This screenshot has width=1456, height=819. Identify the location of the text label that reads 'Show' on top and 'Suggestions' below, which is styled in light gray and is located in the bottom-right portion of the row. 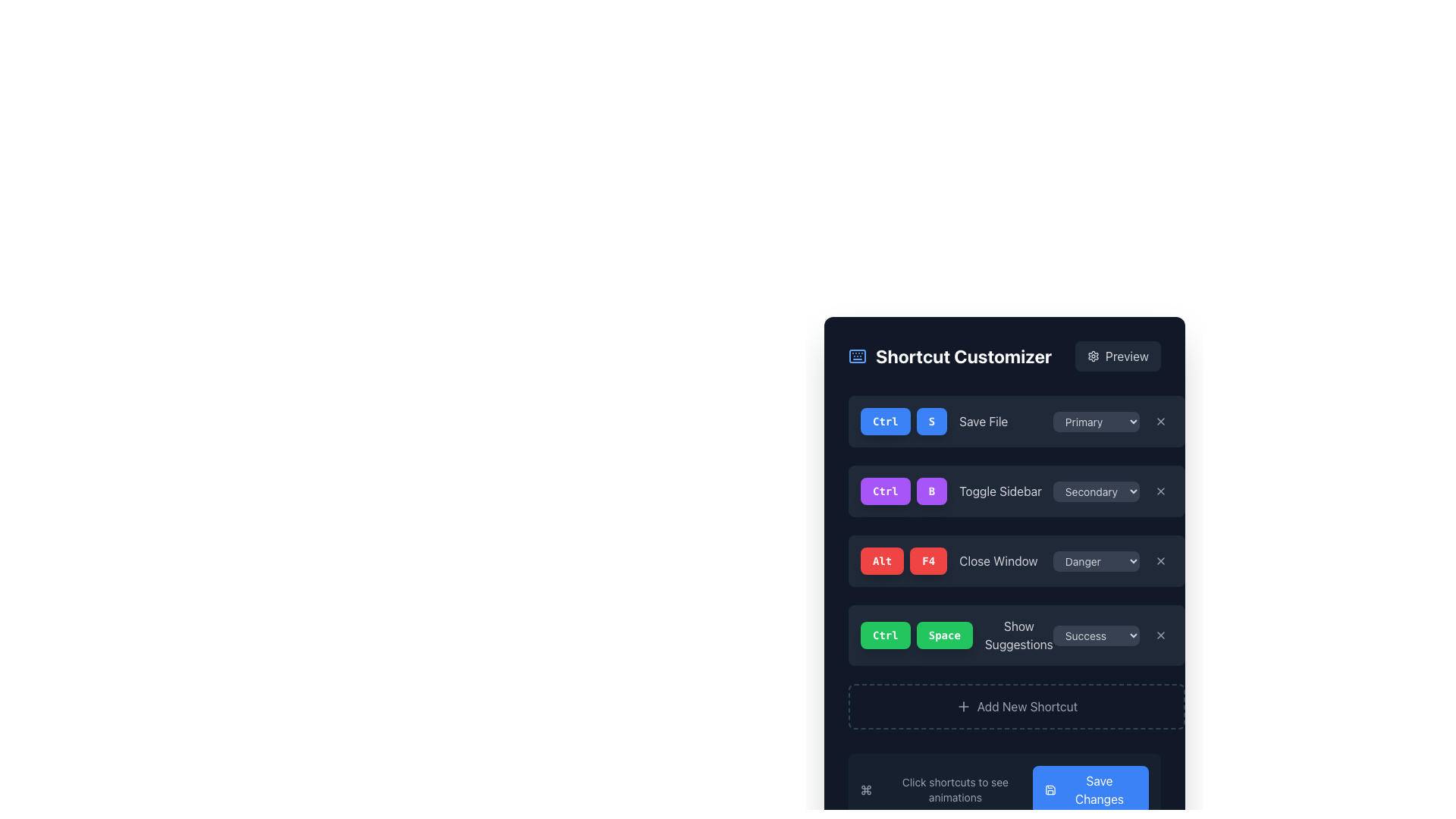
(1018, 635).